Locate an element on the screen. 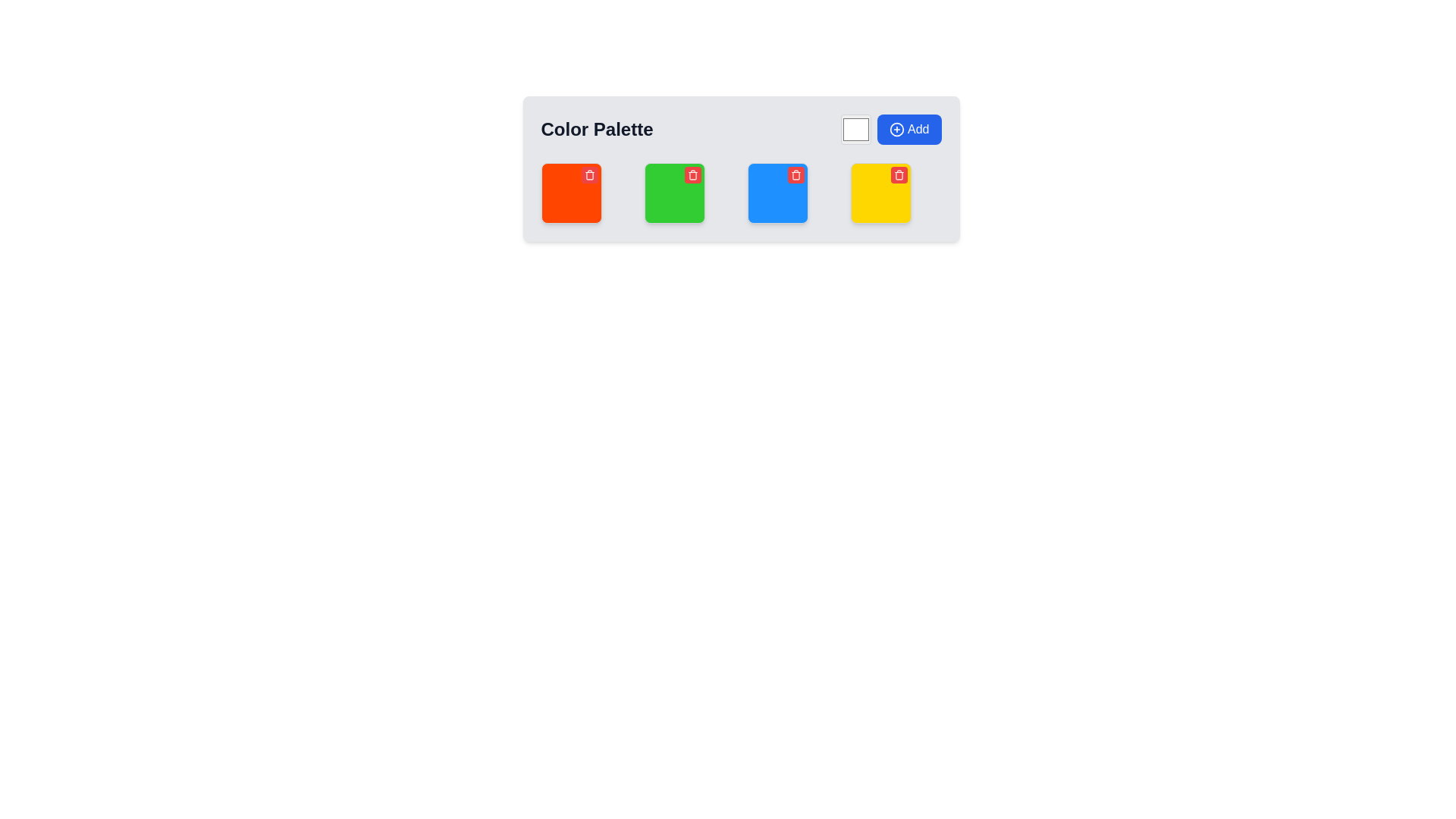  the trashcan icon located at the top-right corner of the orange square in the color palette is located at coordinates (588, 174).